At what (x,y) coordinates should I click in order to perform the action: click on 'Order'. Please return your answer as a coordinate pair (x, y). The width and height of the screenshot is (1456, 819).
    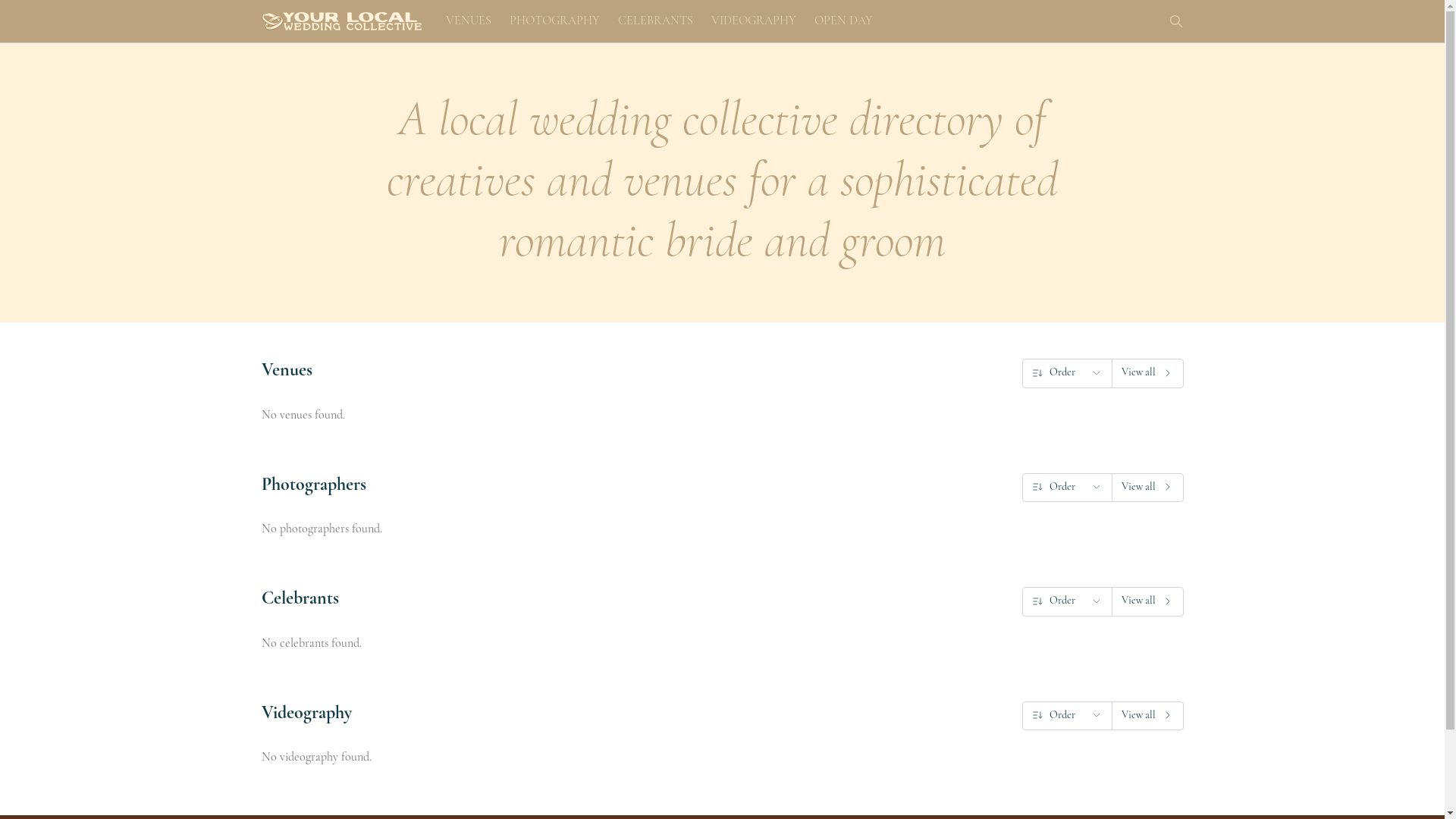
    Looking at the image, I should click on (1065, 373).